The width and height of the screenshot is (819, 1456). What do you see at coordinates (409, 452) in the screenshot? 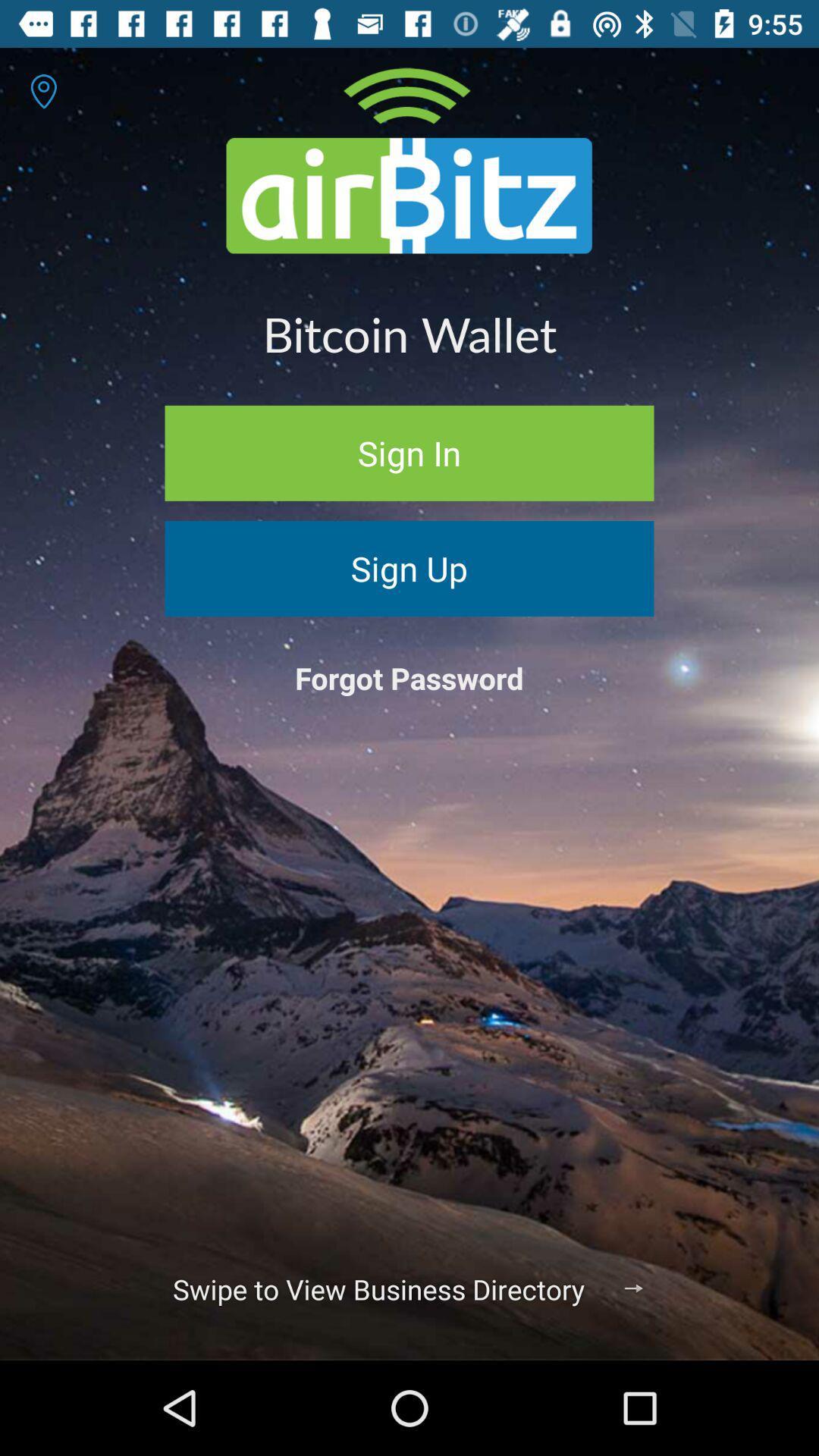
I see `the sign in item` at bounding box center [409, 452].